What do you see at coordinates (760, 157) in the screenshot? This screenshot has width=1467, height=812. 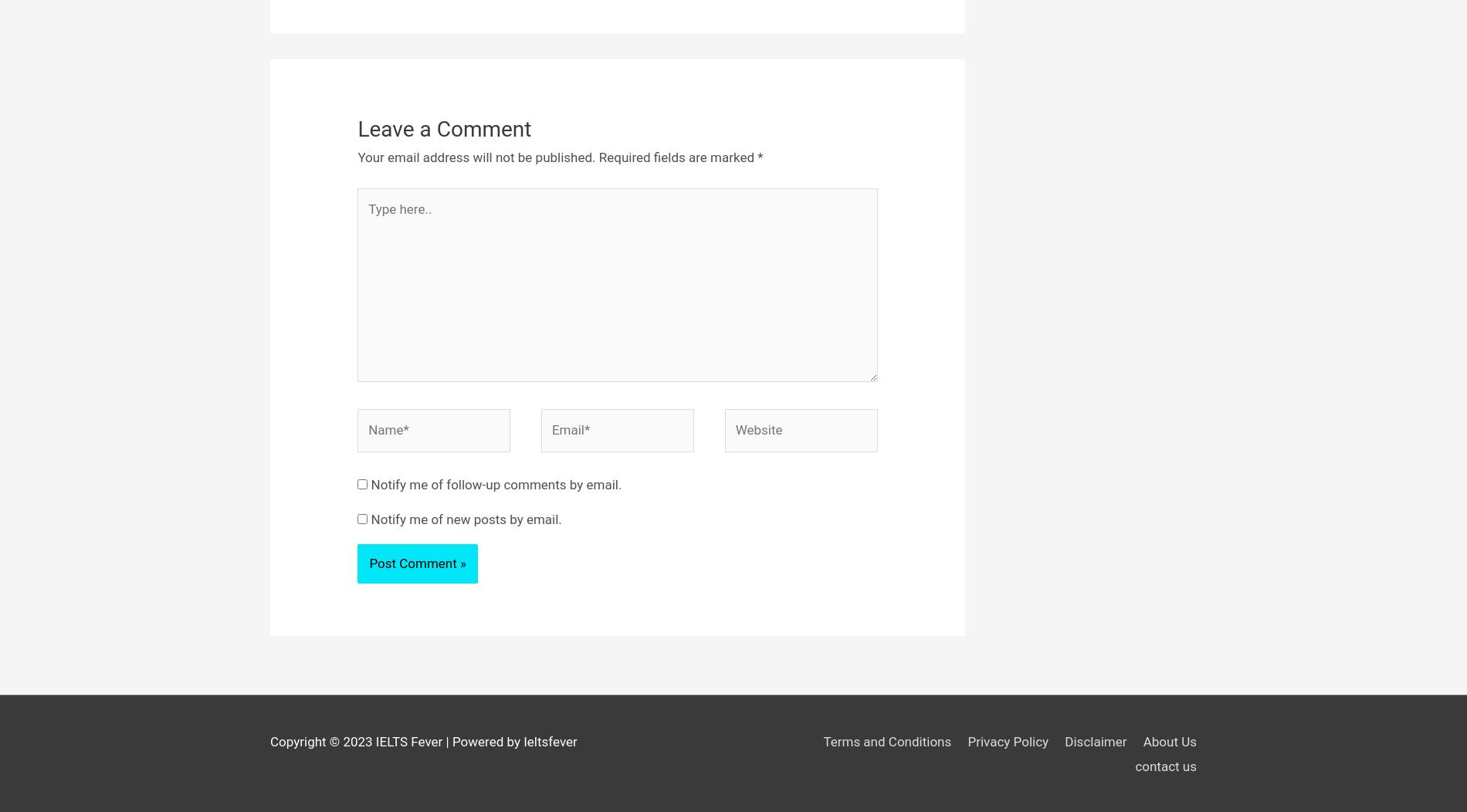 I see `'*'` at bounding box center [760, 157].